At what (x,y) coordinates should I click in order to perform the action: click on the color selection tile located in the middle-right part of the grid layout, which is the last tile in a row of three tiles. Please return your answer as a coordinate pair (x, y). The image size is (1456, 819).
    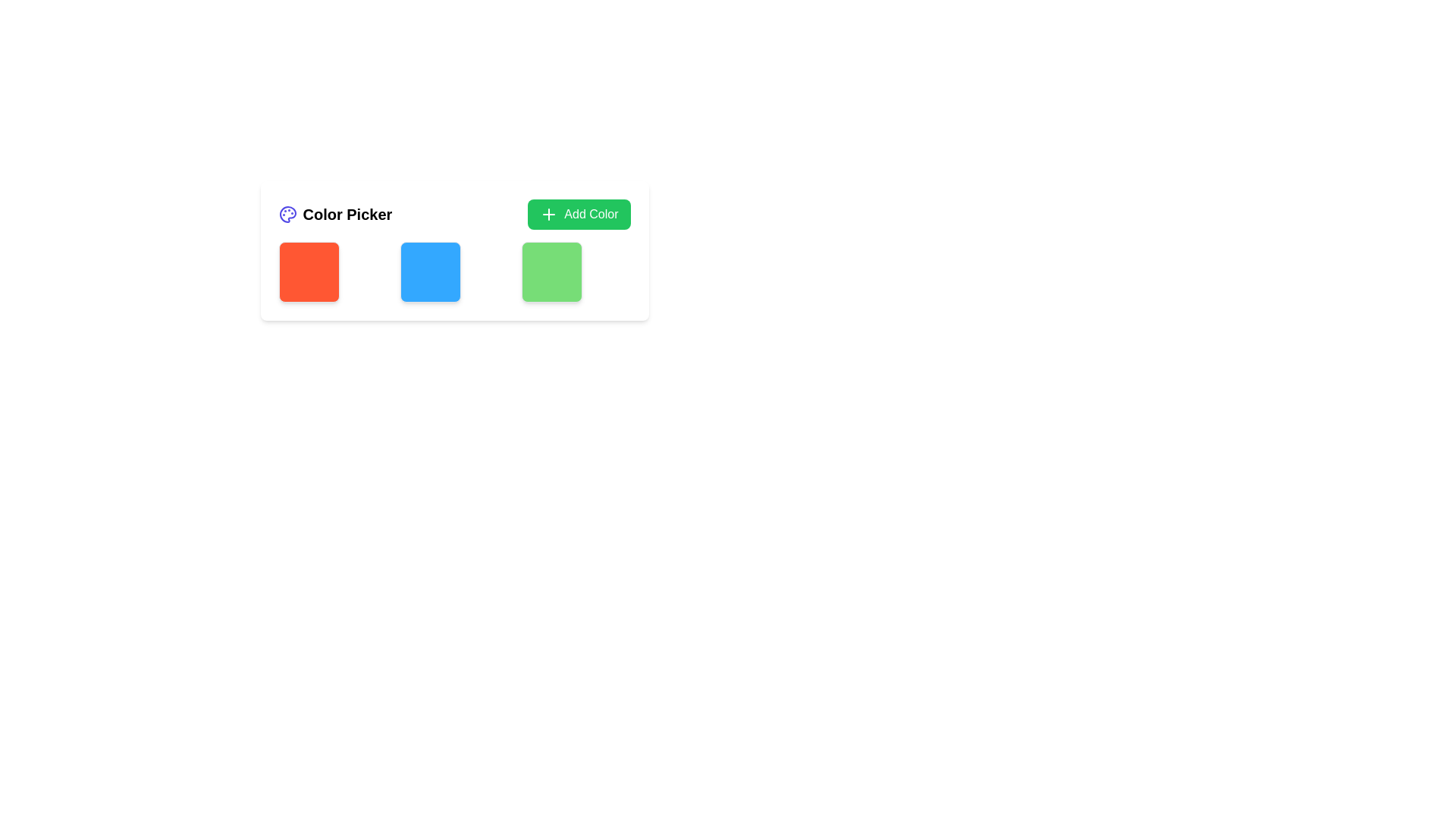
    Looking at the image, I should click on (551, 271).